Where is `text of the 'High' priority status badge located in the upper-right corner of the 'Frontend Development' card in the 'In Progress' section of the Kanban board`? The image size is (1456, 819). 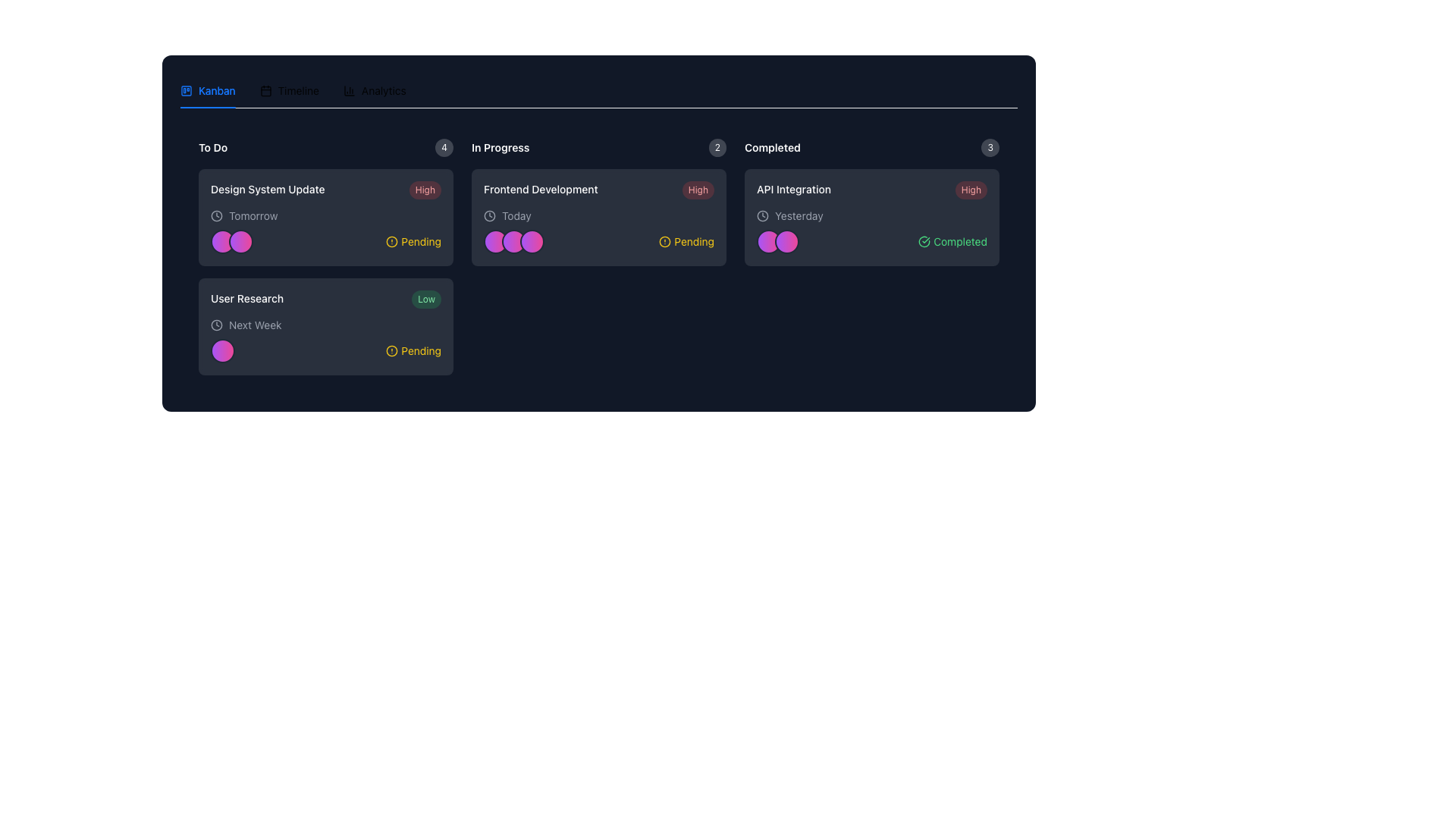 text of the 'High' priority status badge located in the upper-right corner of the 'Frontend Development' card in the 'In Progress' section of the Kanban board is located at coordinates (697, 189).